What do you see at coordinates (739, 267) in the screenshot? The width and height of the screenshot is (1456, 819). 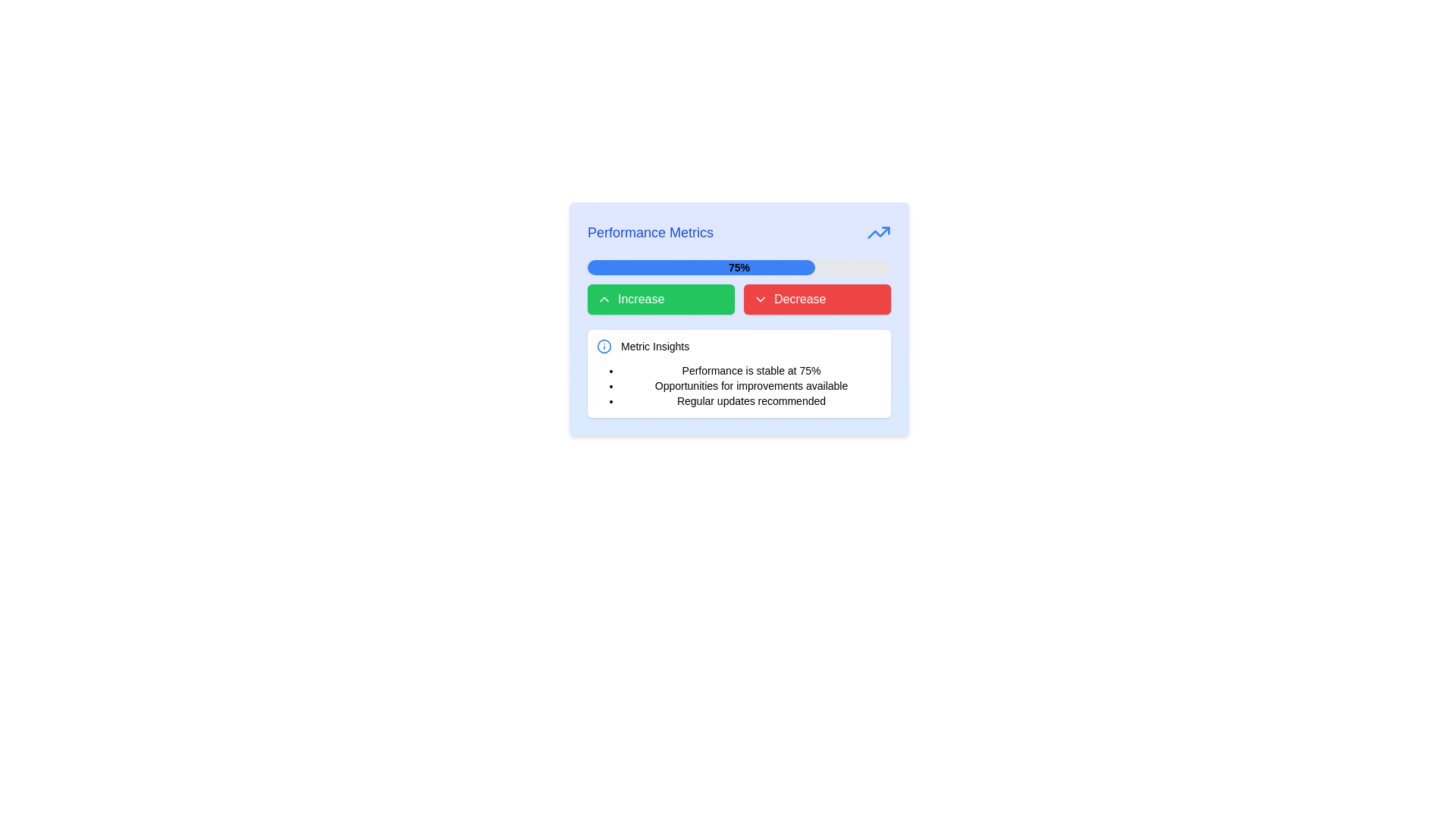 I see `percentage text '75%' displayed in the center of the horizontal progress bar with a gray background and blue segment, located beneath the 'Performance Metrics' title` at bounding box center [739, 267].